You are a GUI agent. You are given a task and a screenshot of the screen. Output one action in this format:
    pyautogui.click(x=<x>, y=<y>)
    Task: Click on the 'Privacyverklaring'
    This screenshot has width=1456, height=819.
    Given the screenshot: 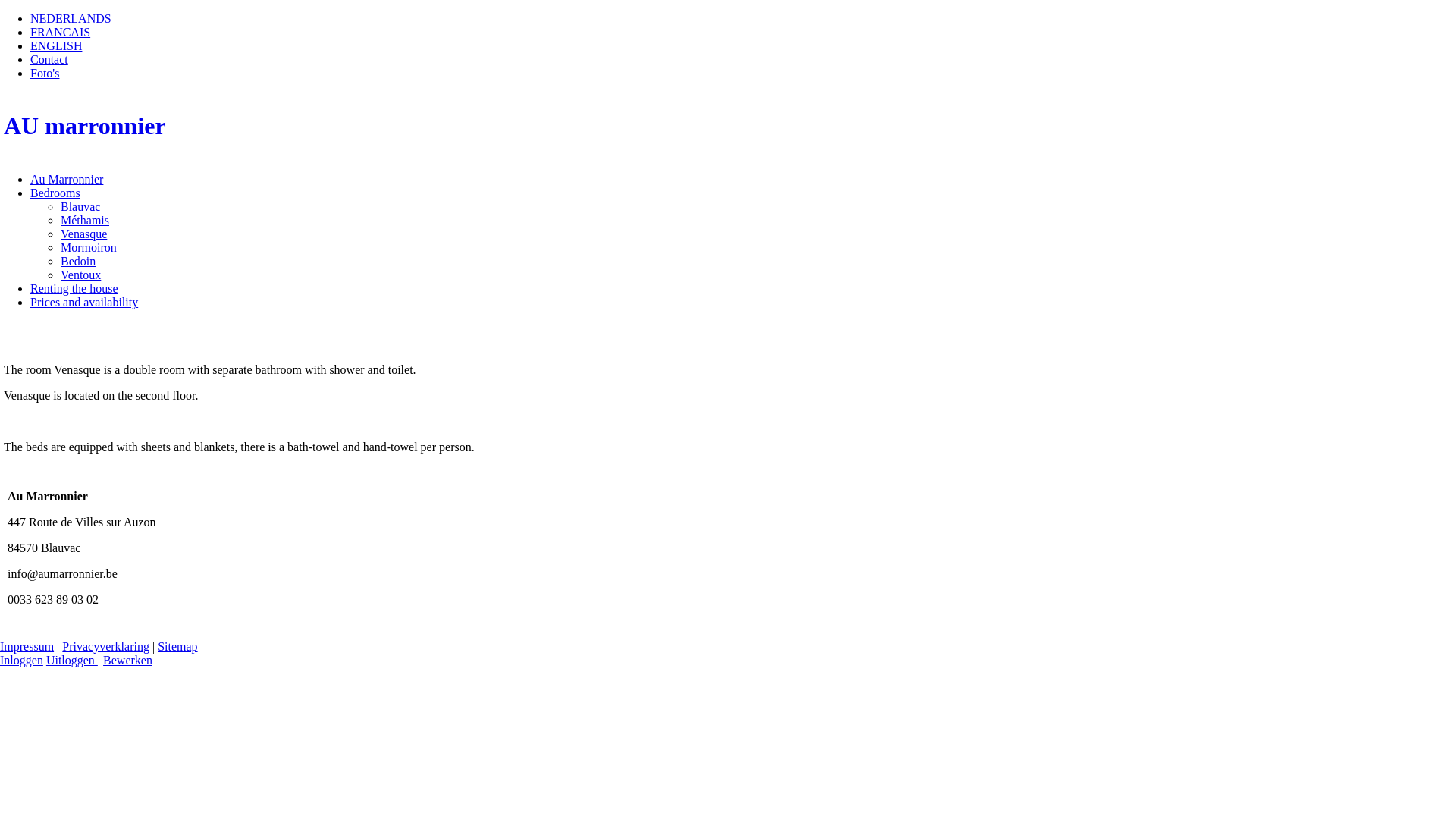 What is the action you would take?
    pyautogui.click(x=105, y=646)
    